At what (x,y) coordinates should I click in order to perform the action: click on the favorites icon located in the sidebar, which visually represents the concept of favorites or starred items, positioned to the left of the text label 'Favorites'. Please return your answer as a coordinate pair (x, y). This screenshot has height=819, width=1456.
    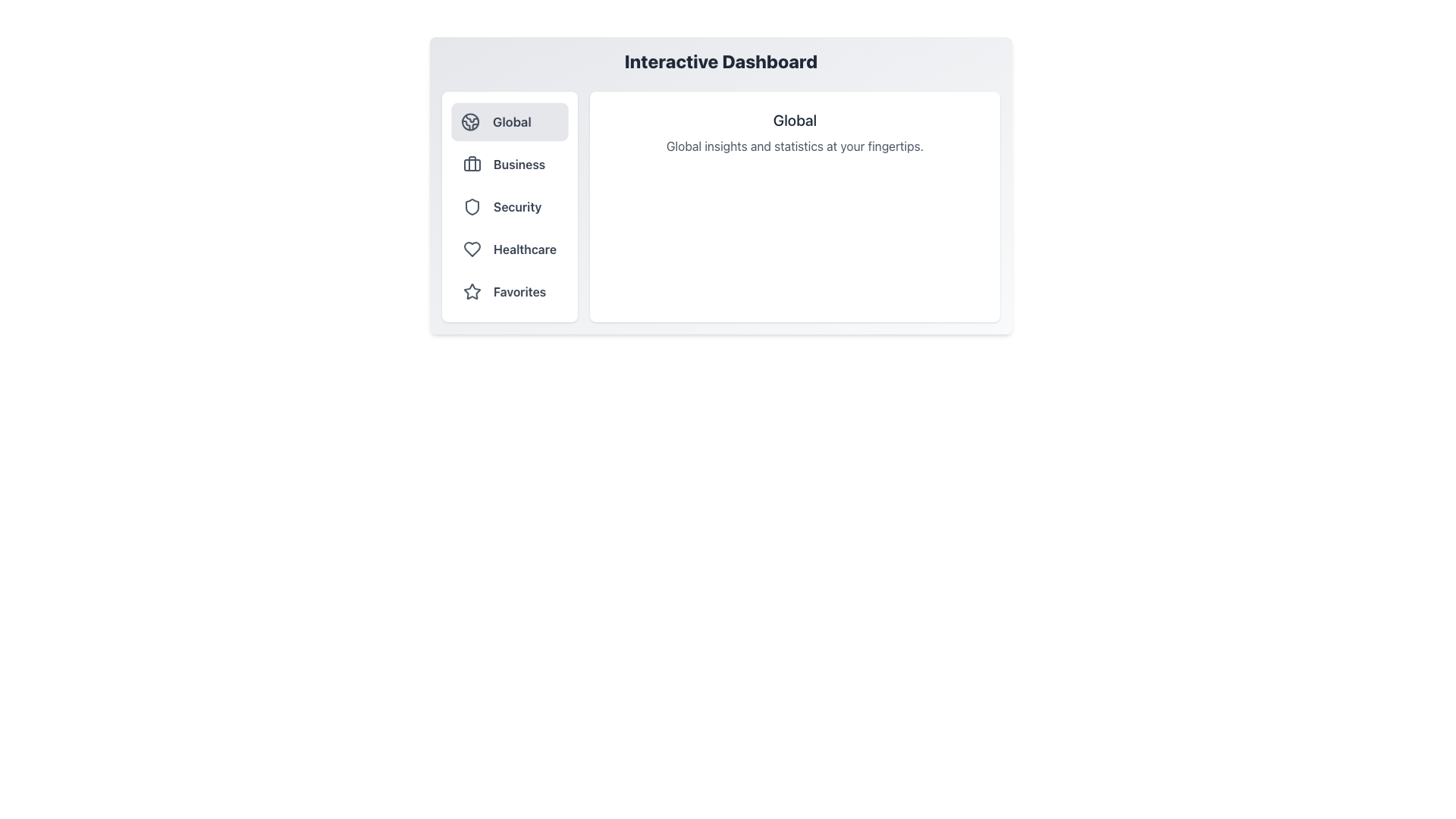
    Looking at the image, I should click on (472, 292).